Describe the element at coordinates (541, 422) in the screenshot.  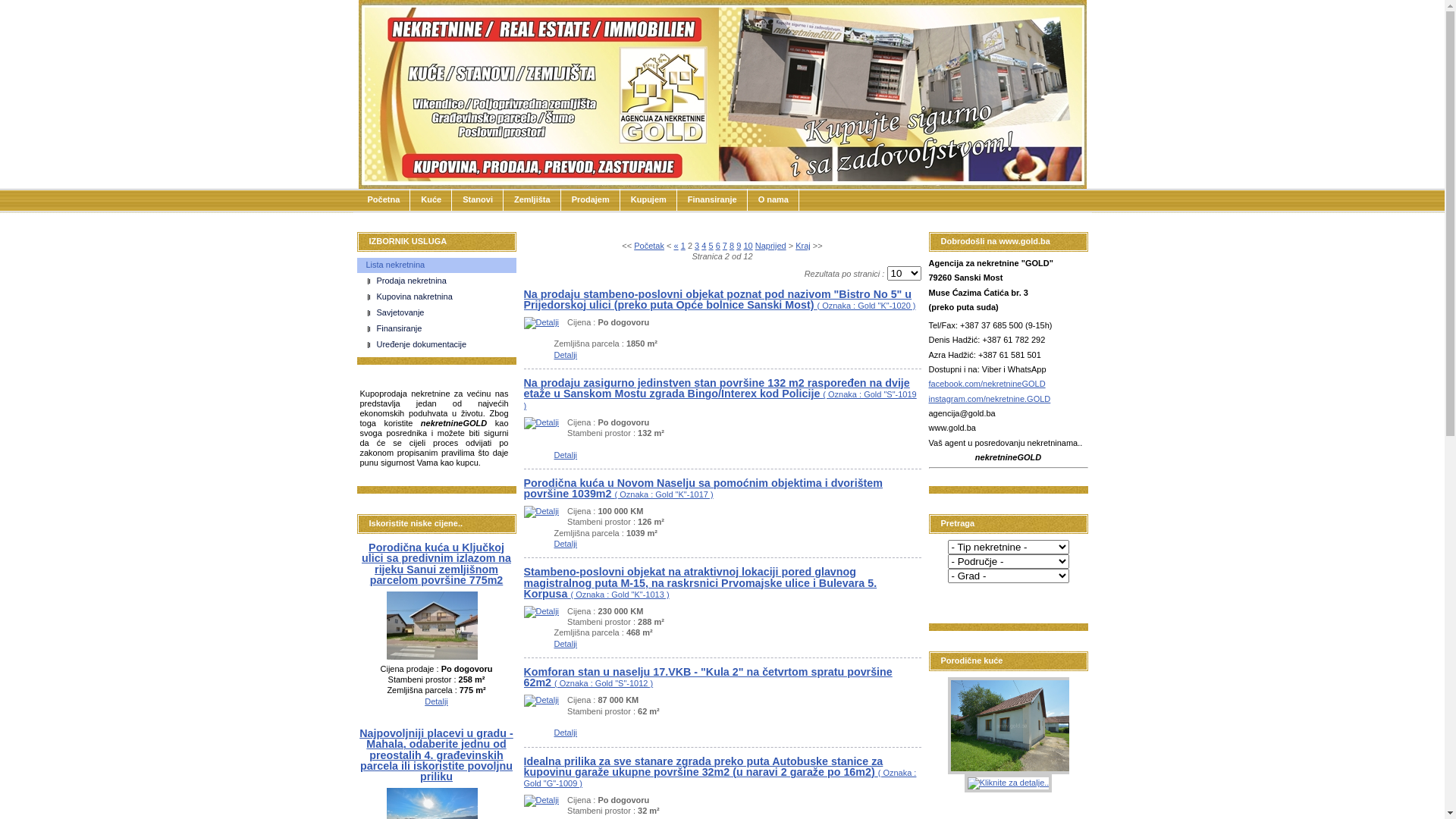
I see `'Detalji'` at that location.